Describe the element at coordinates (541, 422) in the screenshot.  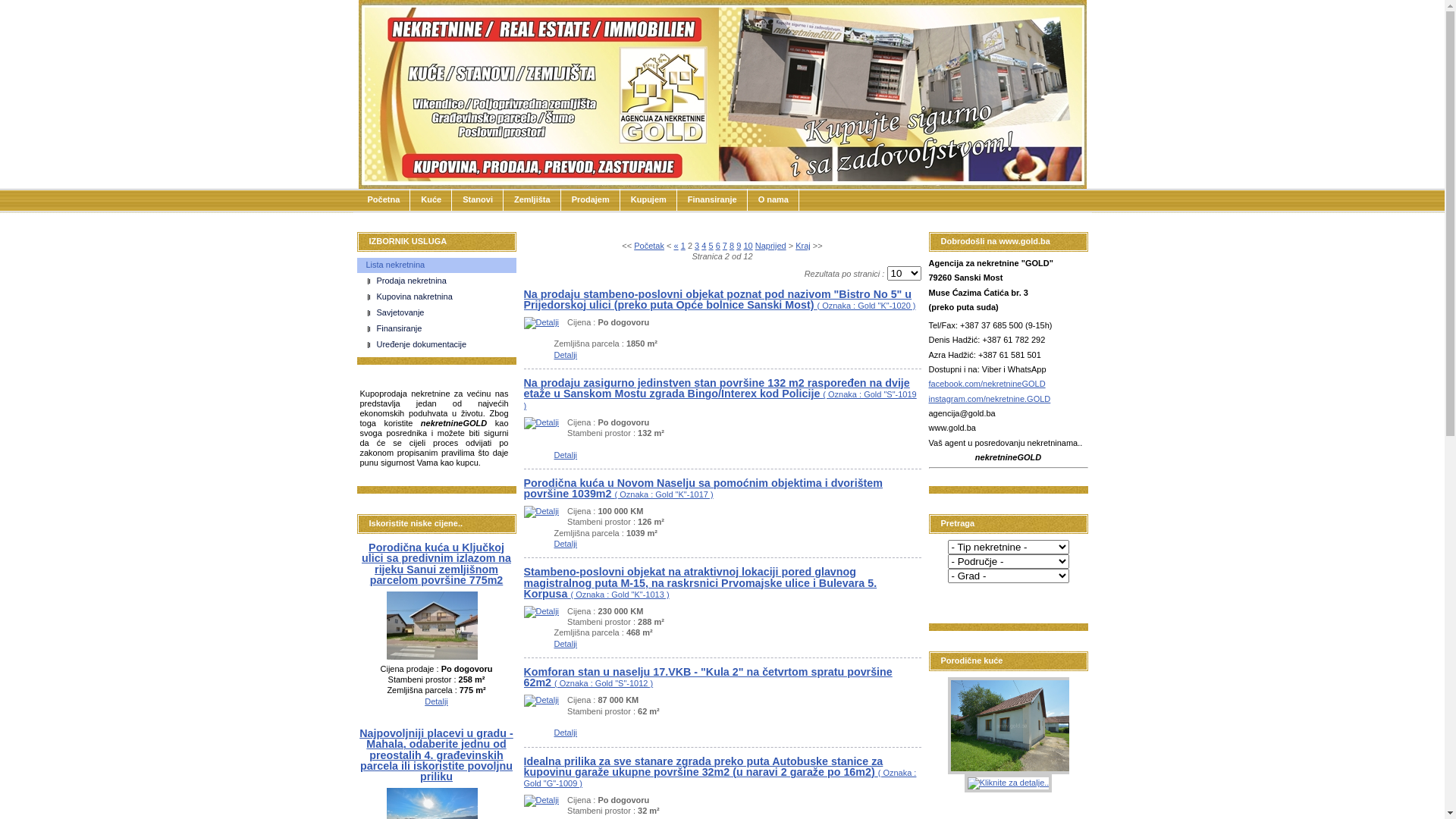
I see `'Detalji'` at that location.